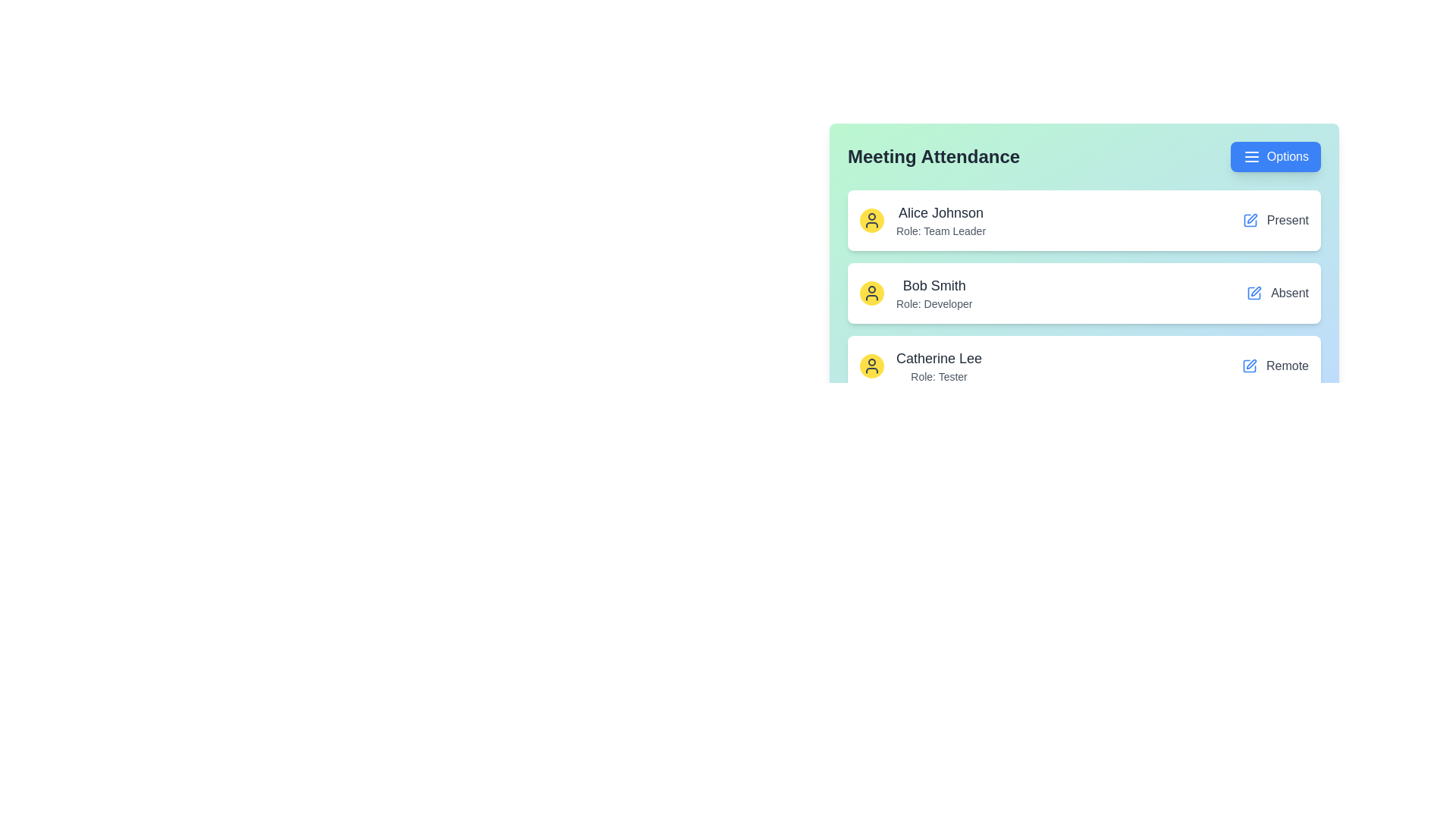  Describe the element at coordinates (1287, 366) in the screenshot. I see `the text label displaying 'Remote', which is located beside the editing icon for 'Catherine Lee' in the 'Meeting Attendance' interface` at that location.